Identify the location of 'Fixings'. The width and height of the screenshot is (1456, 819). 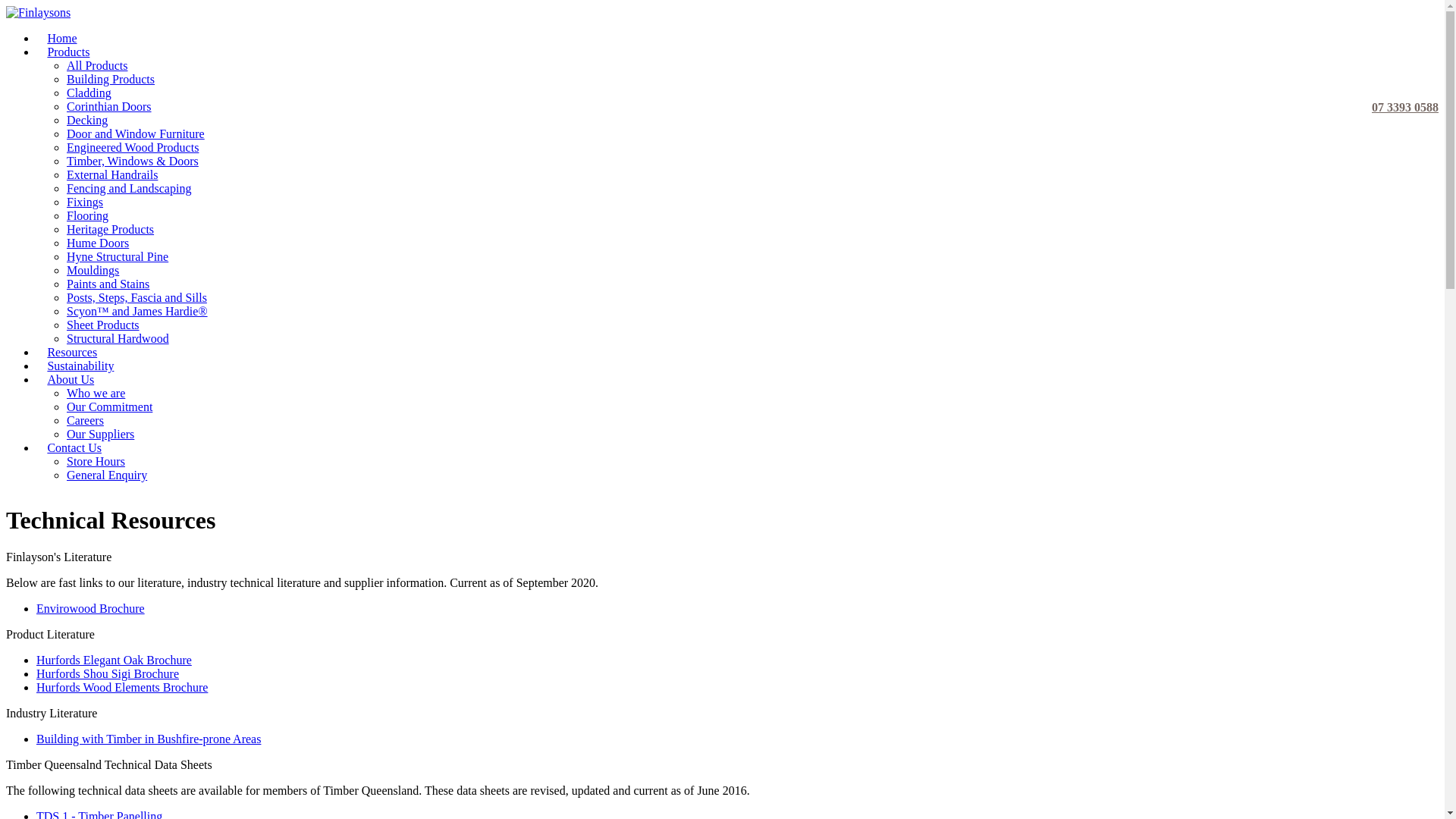
(65, 201).